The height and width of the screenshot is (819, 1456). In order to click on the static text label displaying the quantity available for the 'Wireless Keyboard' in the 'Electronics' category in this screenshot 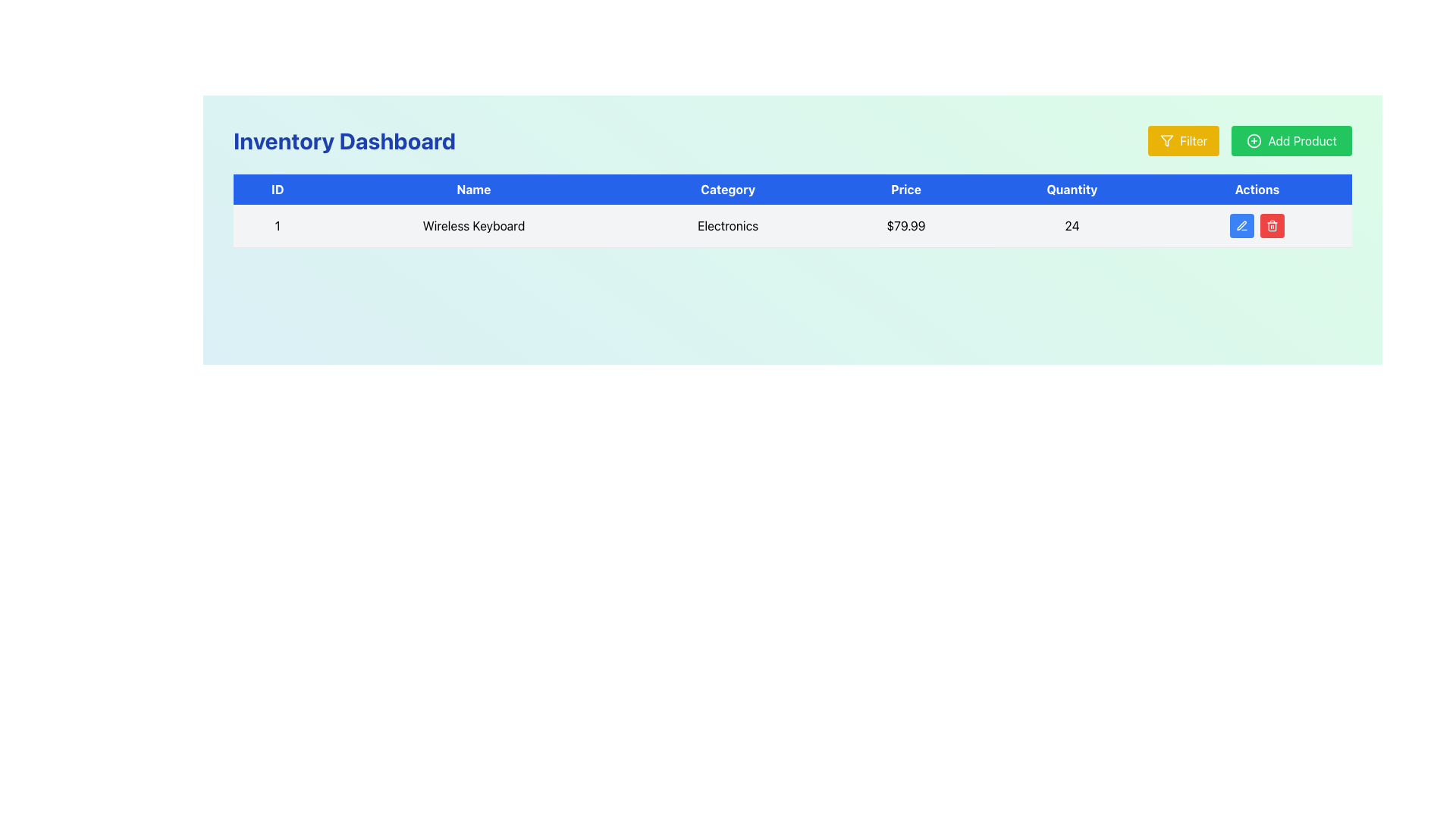, I will do `click(1071, 226)`.